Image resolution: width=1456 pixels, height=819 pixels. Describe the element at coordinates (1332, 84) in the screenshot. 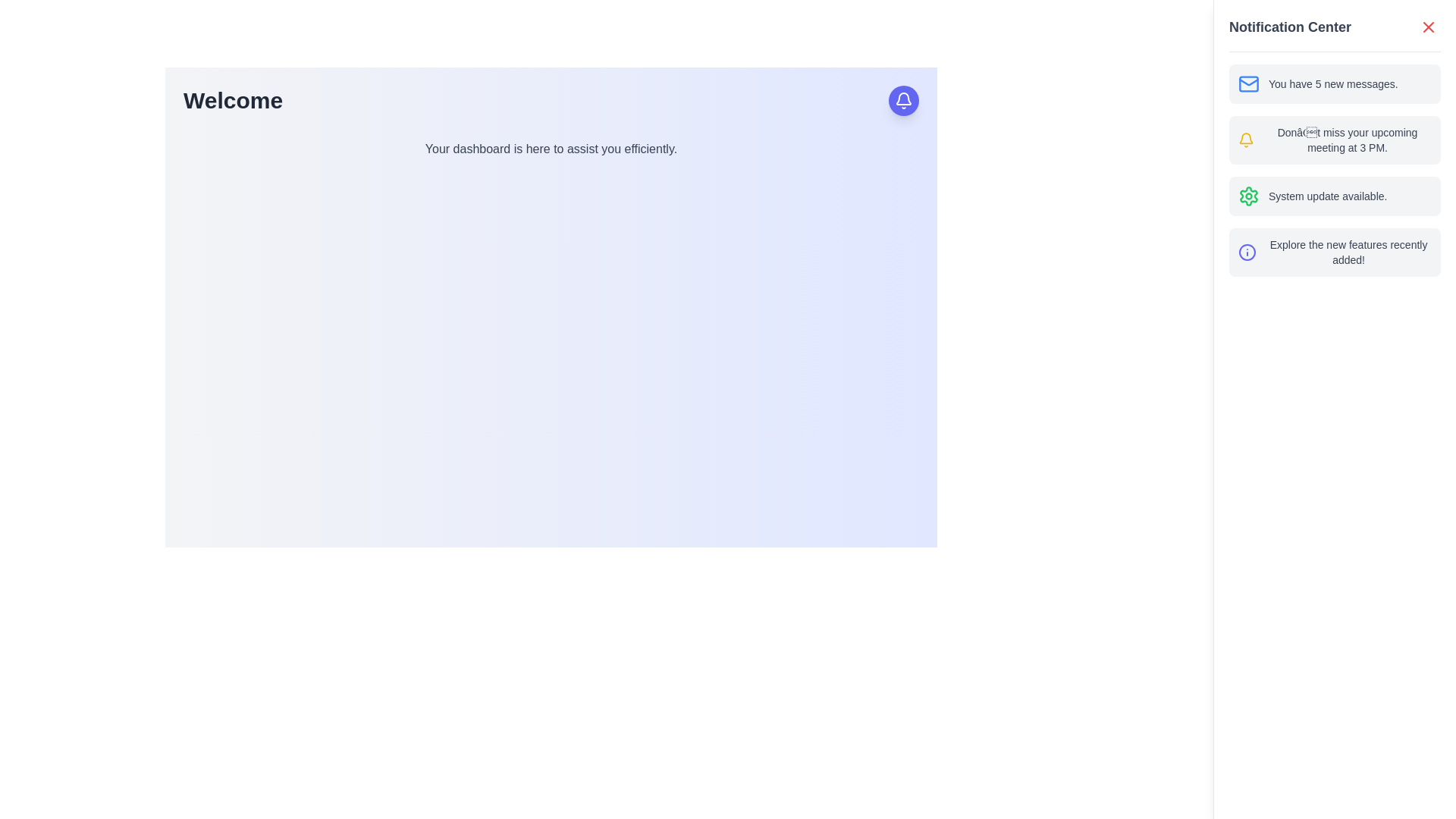

I see `text label displaying 'You have 5 new messages.' located in the first notification item group in the 'Notification Center' panel` at that location.